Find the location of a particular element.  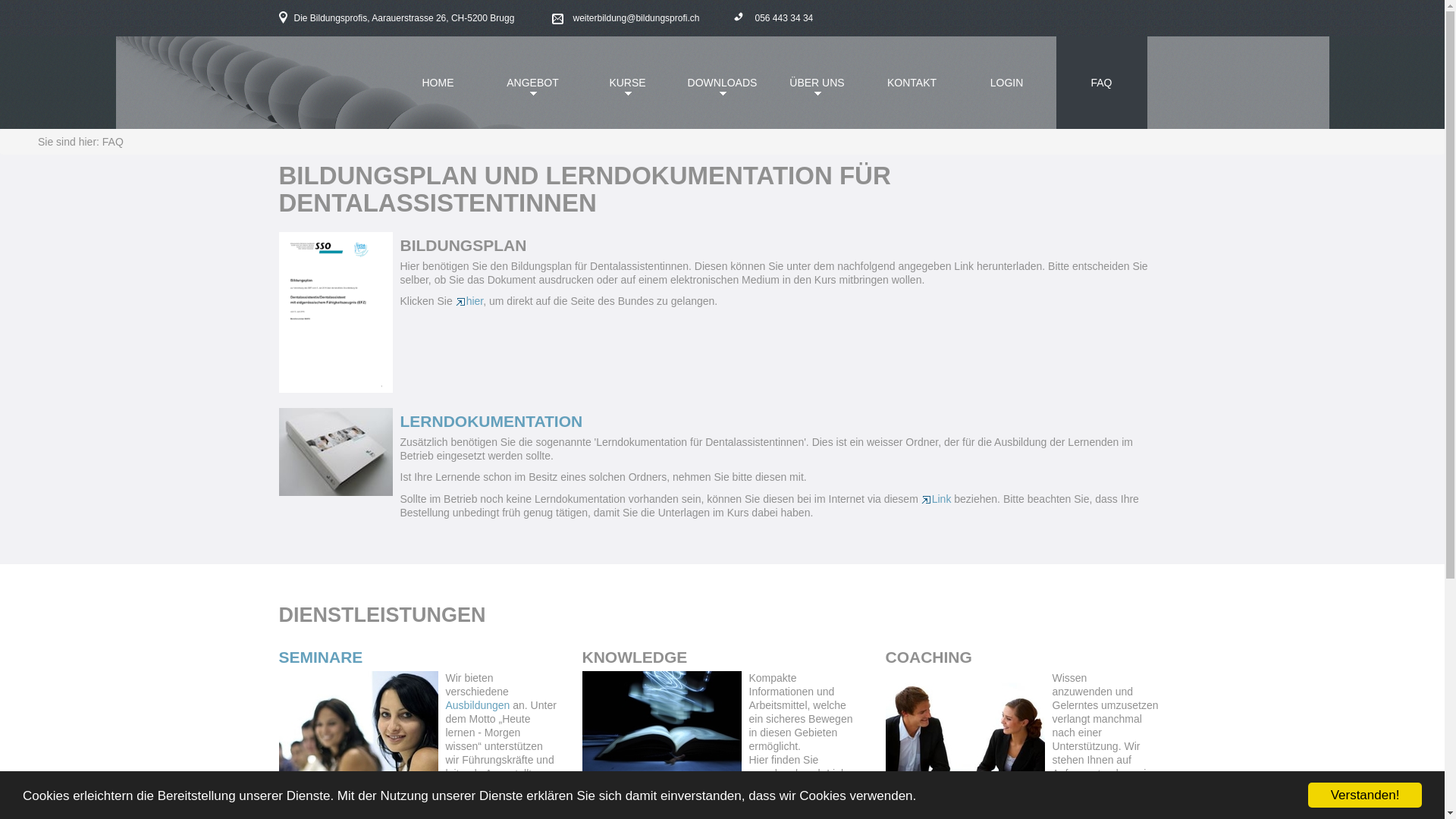

'Verstanden!' is located at coordinates (1365, 794).